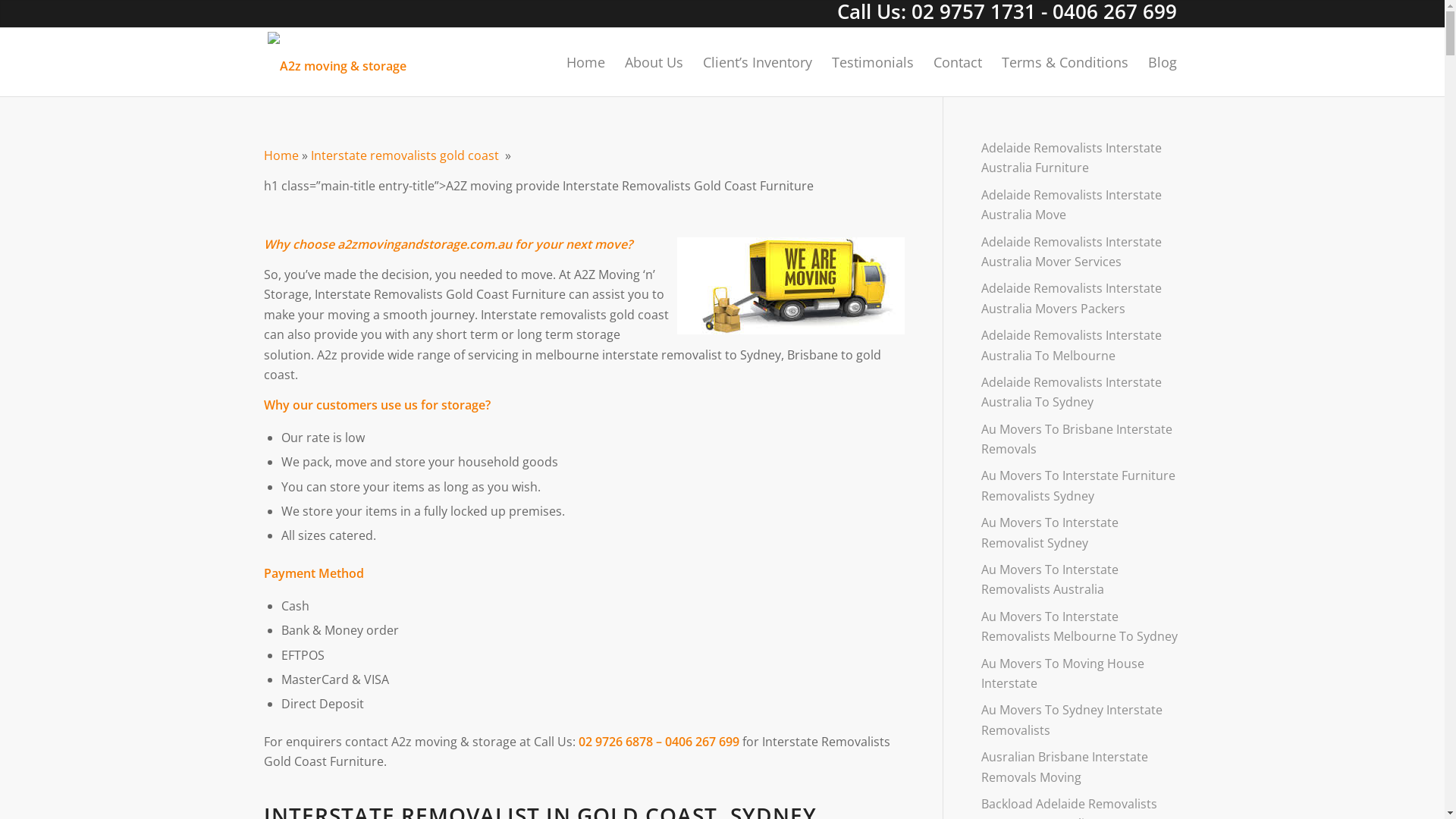  What do you see at coordinates (923, 61) in the screenshot?
I see `'Contact'` at bounding box center [923, 61].